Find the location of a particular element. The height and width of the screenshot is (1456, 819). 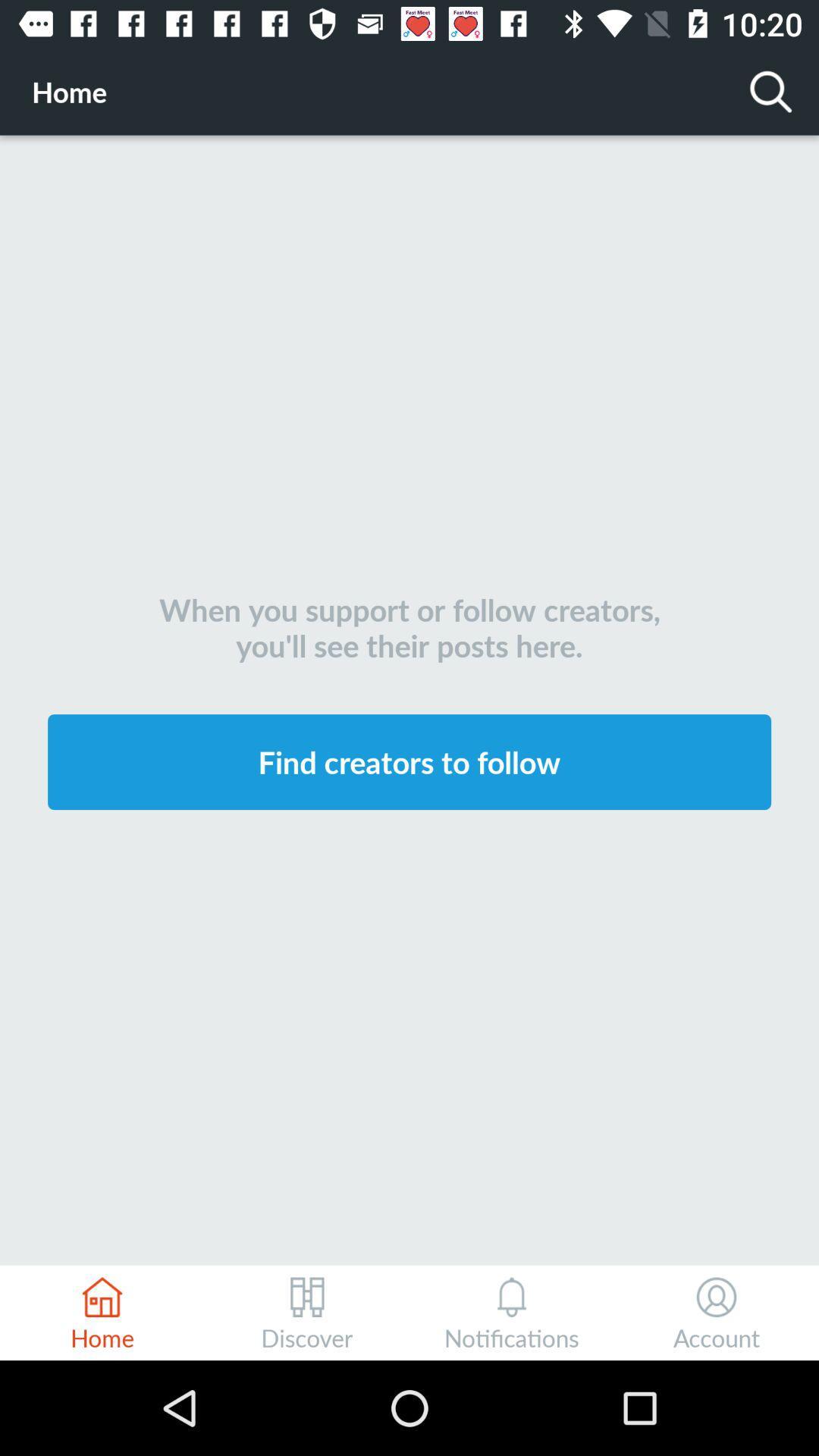

icon below when you support icon is located at coordinates (409, 761).